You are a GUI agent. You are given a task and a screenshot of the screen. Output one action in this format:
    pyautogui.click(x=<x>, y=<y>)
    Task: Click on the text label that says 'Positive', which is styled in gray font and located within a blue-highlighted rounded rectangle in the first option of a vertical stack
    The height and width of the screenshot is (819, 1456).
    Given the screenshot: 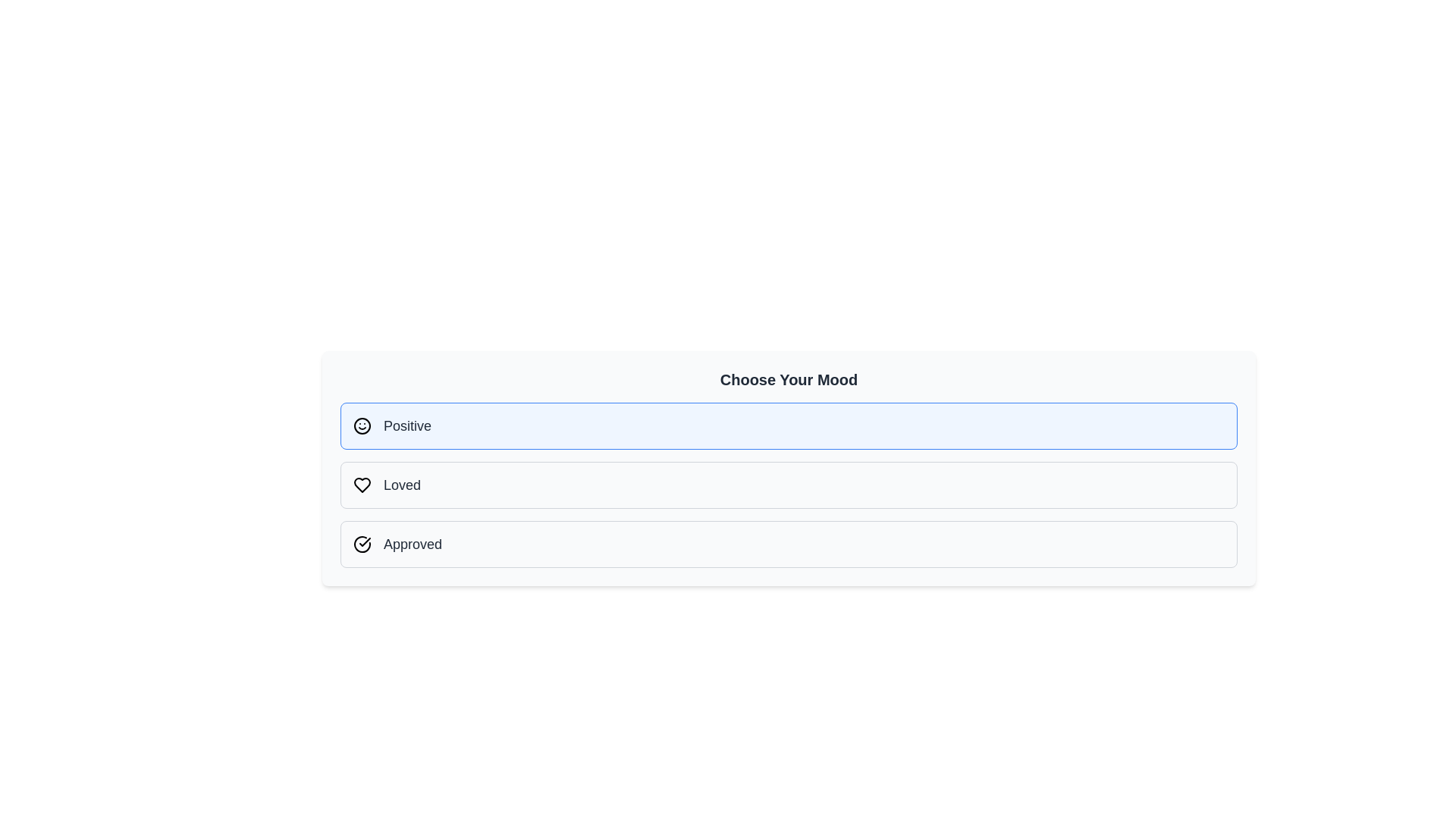 What is the action you would take?
    pyautogui.click(x=407, y=426)
    